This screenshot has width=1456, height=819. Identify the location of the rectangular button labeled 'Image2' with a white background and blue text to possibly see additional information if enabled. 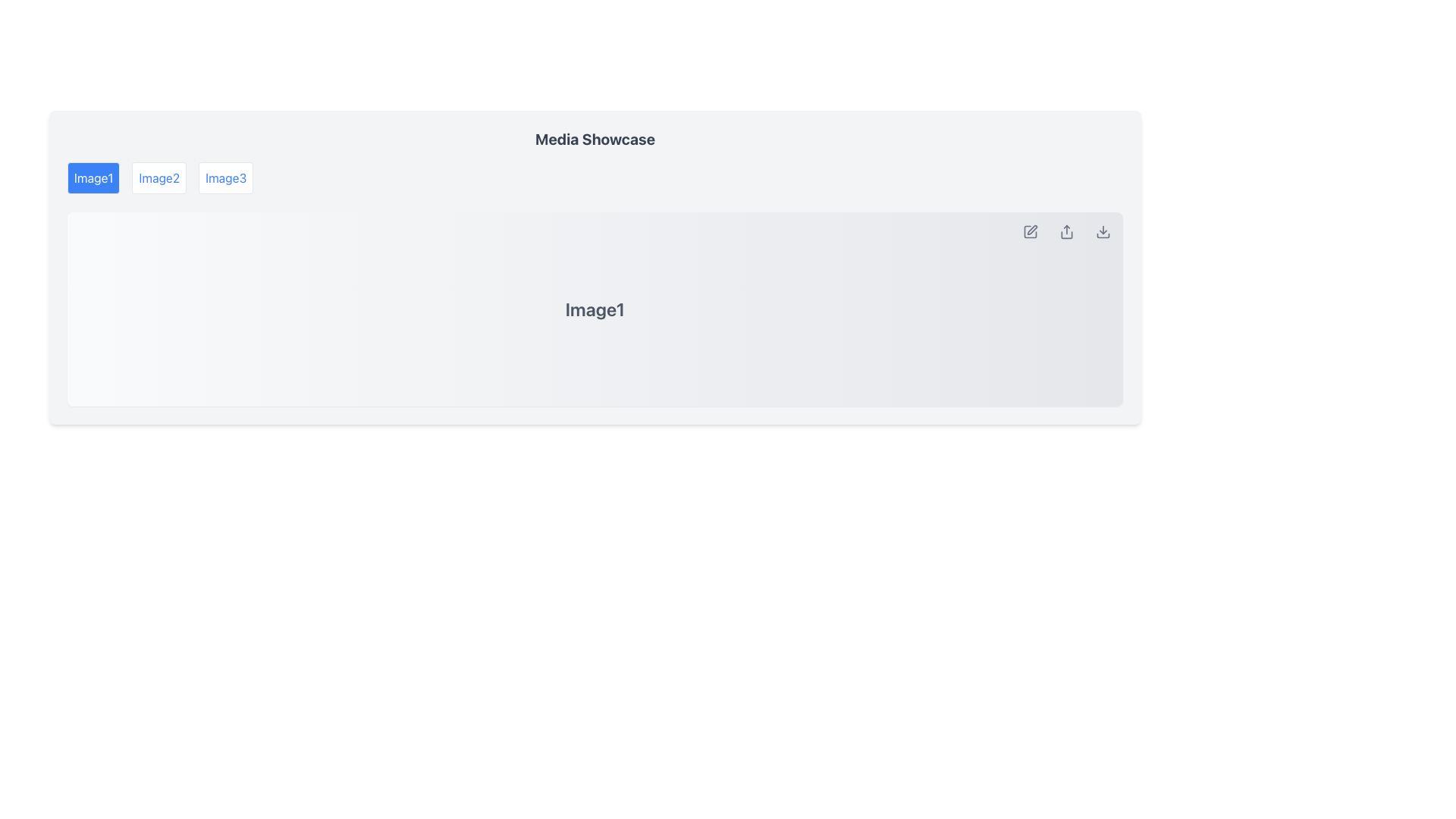
(159, 177).